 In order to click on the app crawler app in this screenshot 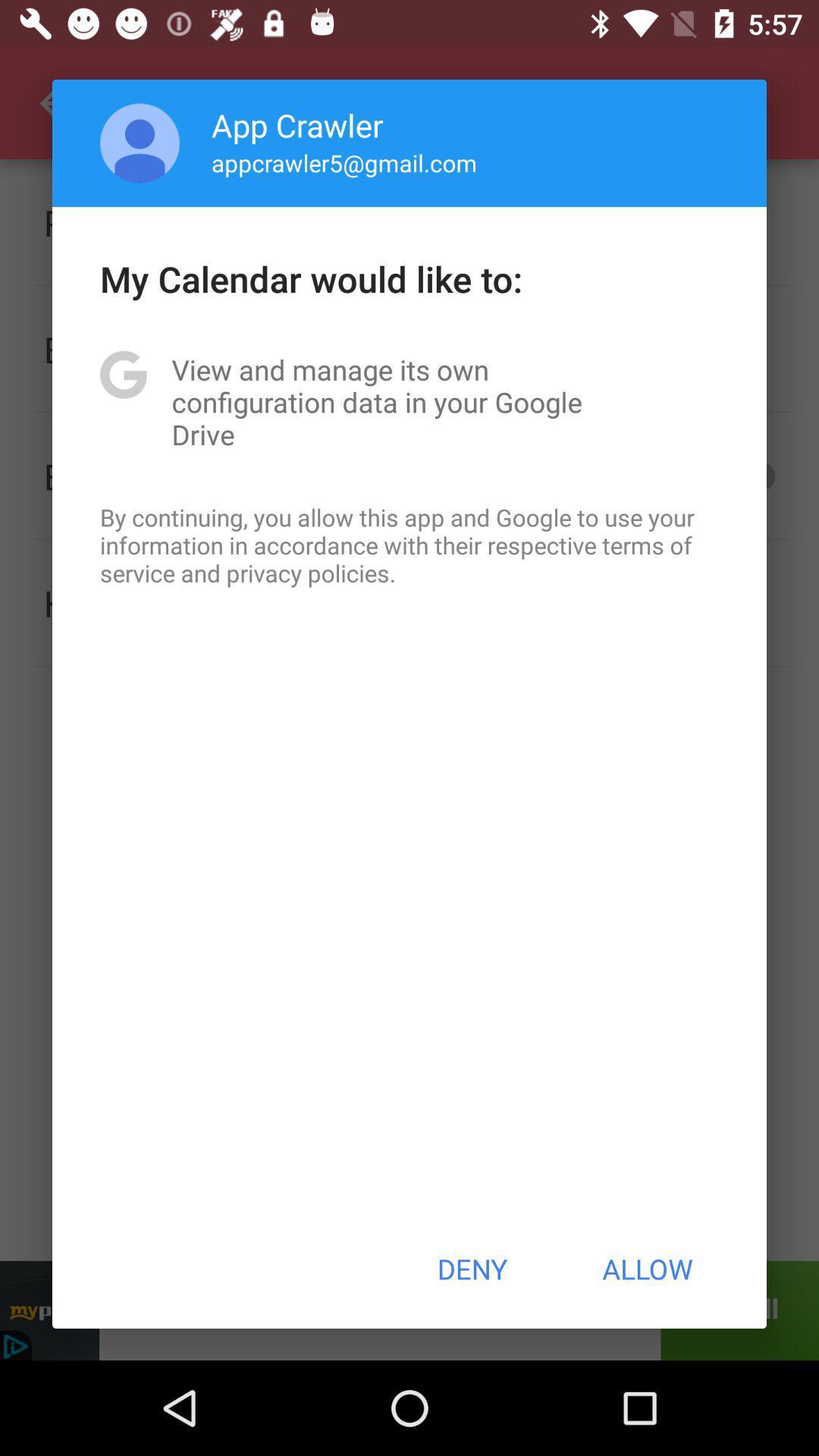, I will do `click(297, 124)`.